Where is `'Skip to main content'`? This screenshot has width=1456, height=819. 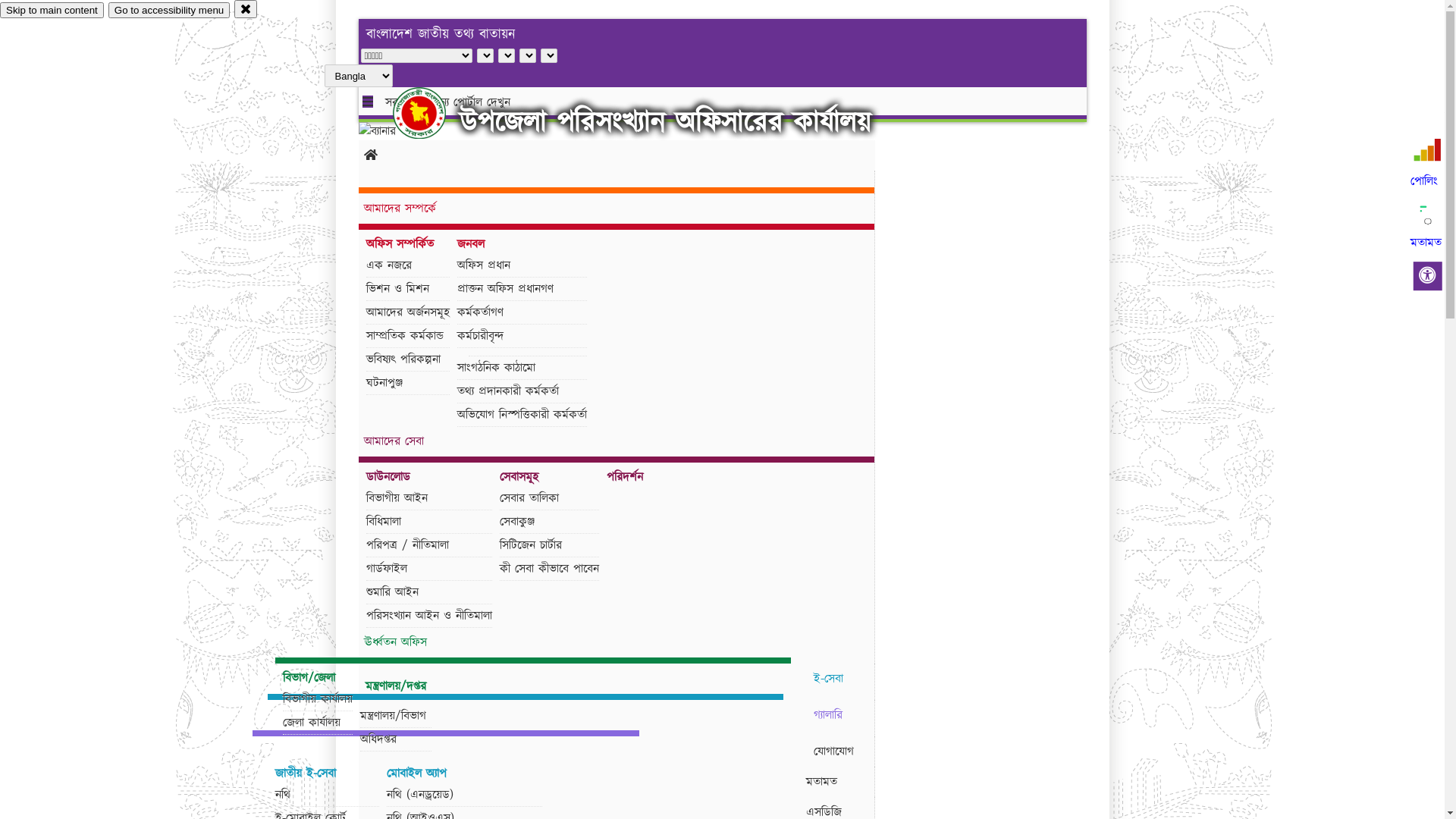
'Skip to main content' is located at coordinates (52, 10).